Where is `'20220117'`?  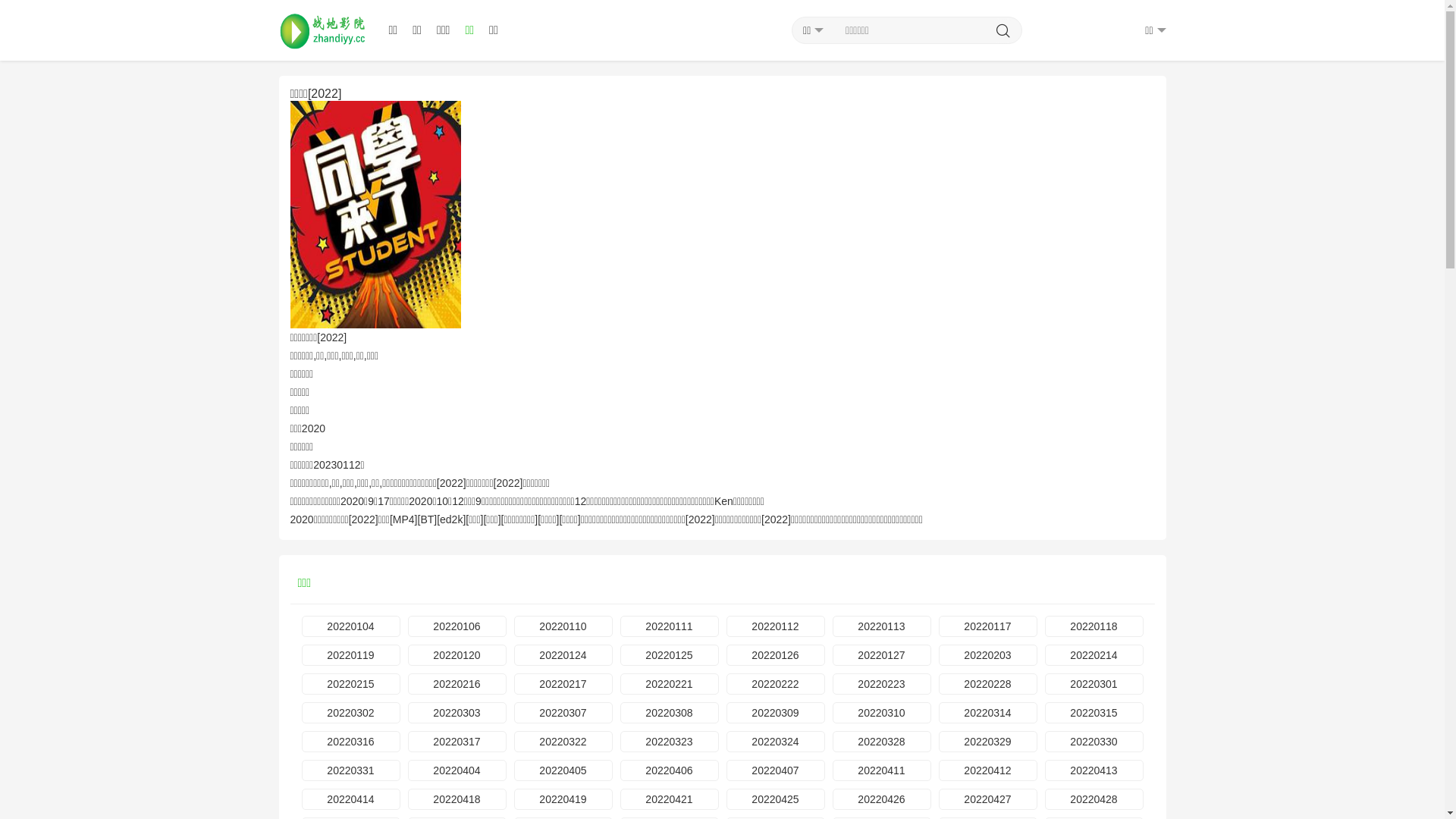
'20220117' is located at coordinates (987, 626).